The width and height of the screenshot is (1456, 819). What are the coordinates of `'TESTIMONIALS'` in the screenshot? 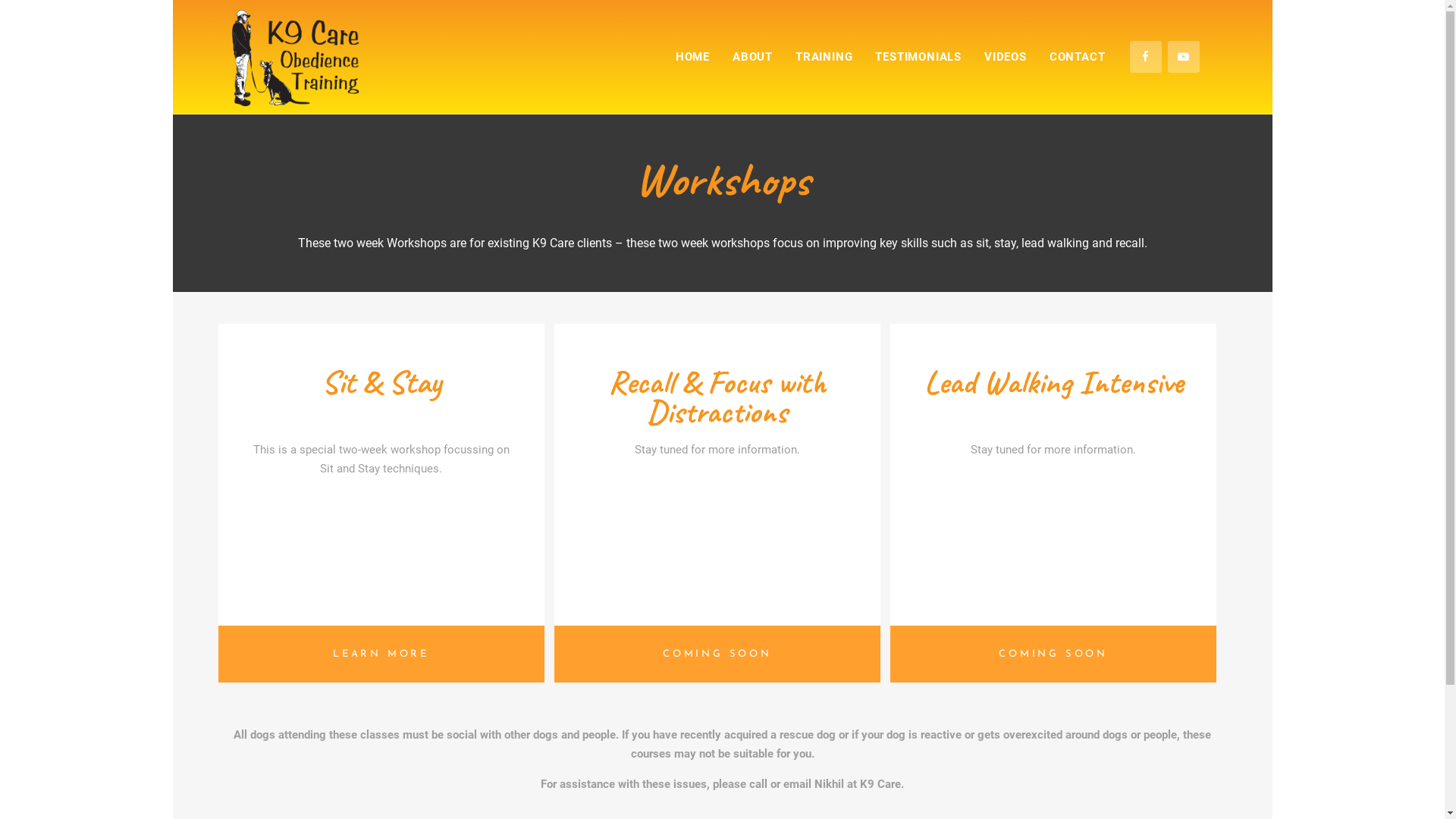 It's located at (917, 55).